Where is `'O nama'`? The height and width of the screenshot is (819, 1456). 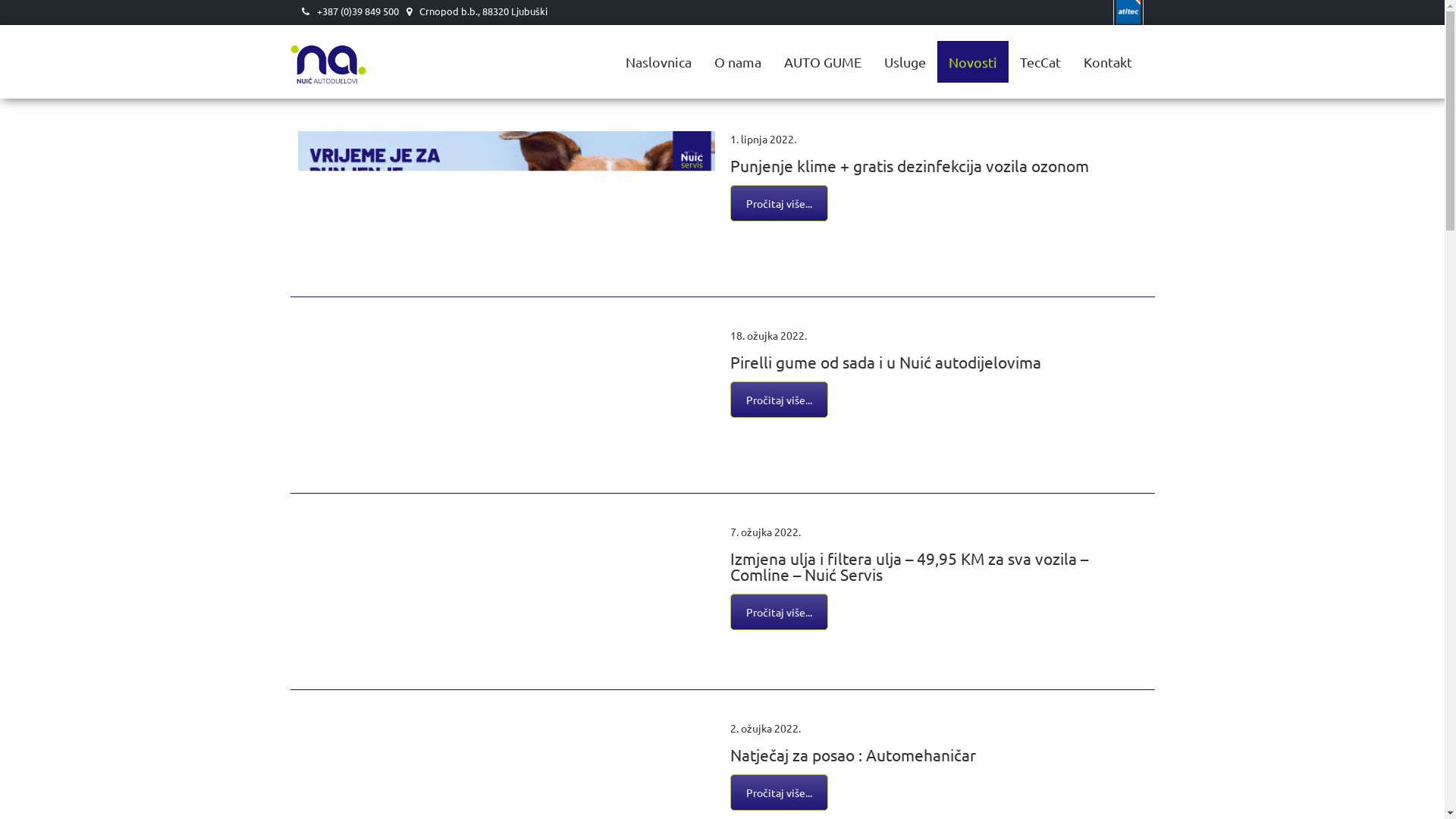
'O nama' is located at coordinates (736, 61).